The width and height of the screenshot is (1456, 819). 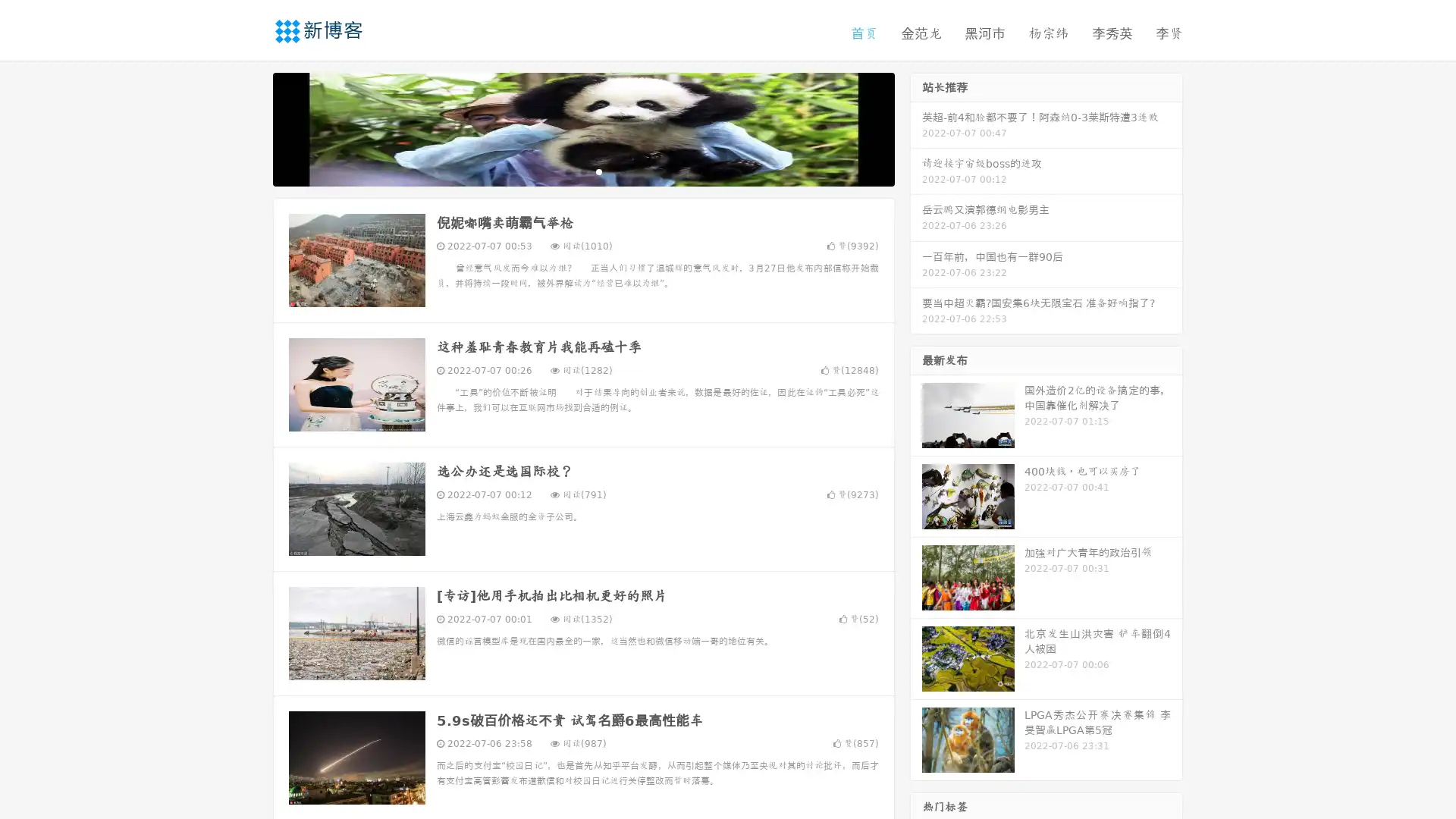 What do you see at coordinates (567, 171) in the screenshot?
I see `Go to slide 1` at bounding box center [567, 171].